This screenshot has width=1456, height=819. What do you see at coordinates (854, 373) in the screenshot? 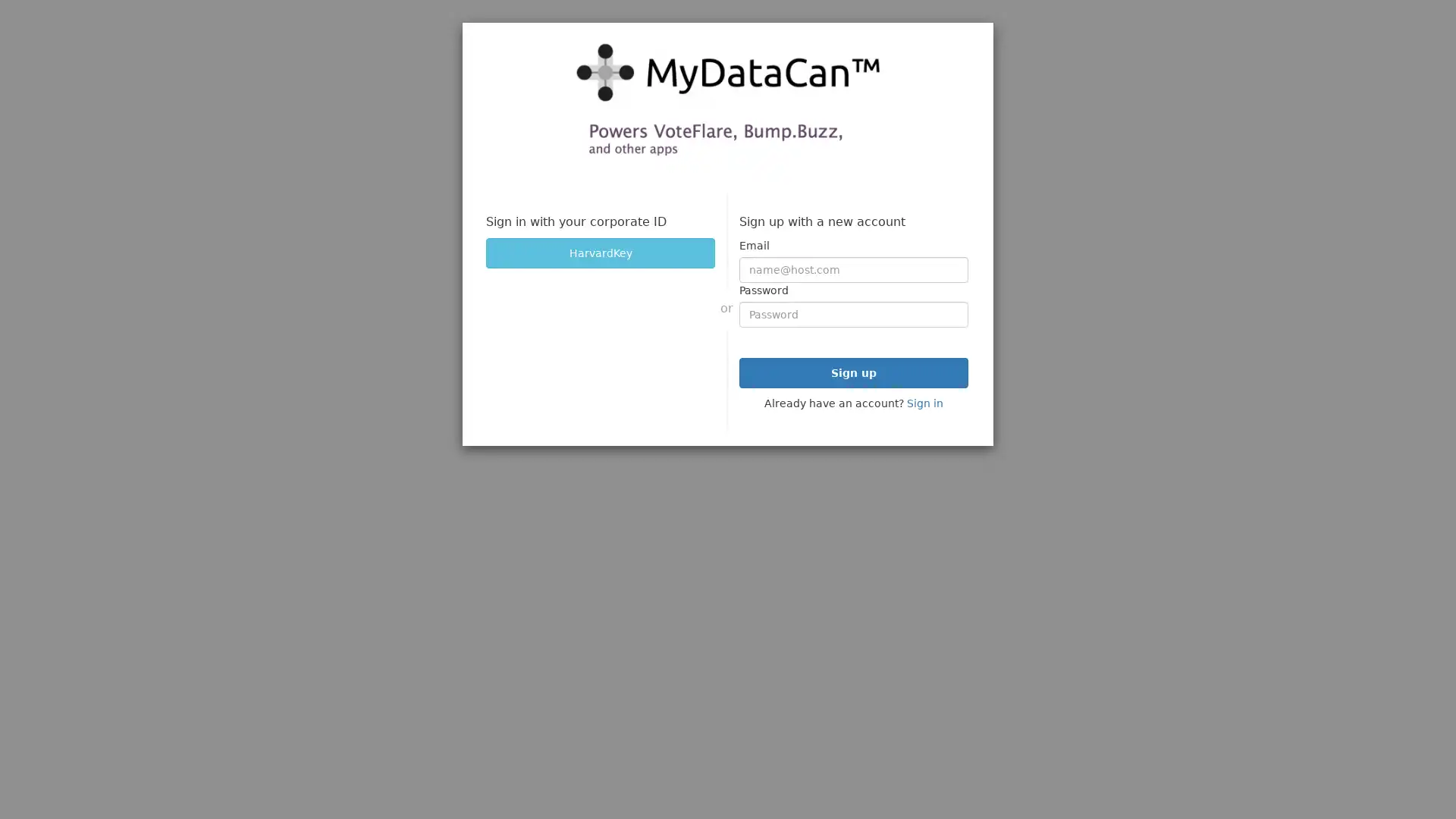
I see `Sign up` at bounding box center [854, 373].